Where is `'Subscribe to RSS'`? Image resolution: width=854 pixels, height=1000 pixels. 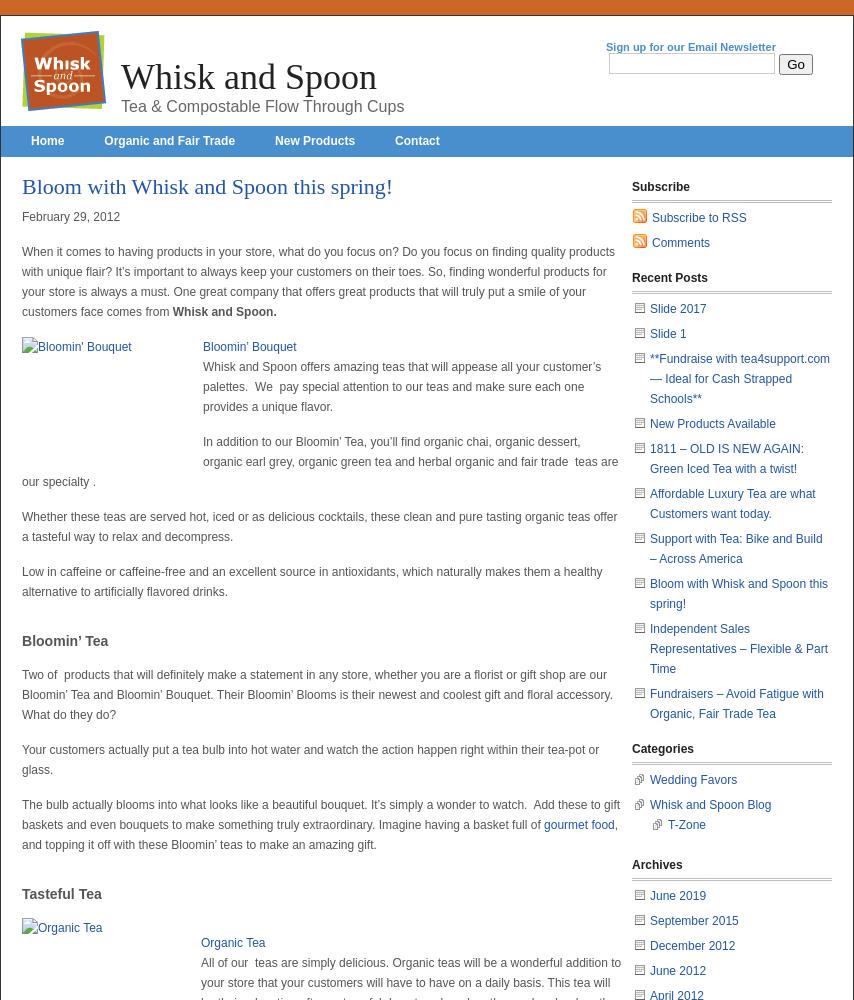 'Subscribe to RSS' is located at coordinates (652, 217).